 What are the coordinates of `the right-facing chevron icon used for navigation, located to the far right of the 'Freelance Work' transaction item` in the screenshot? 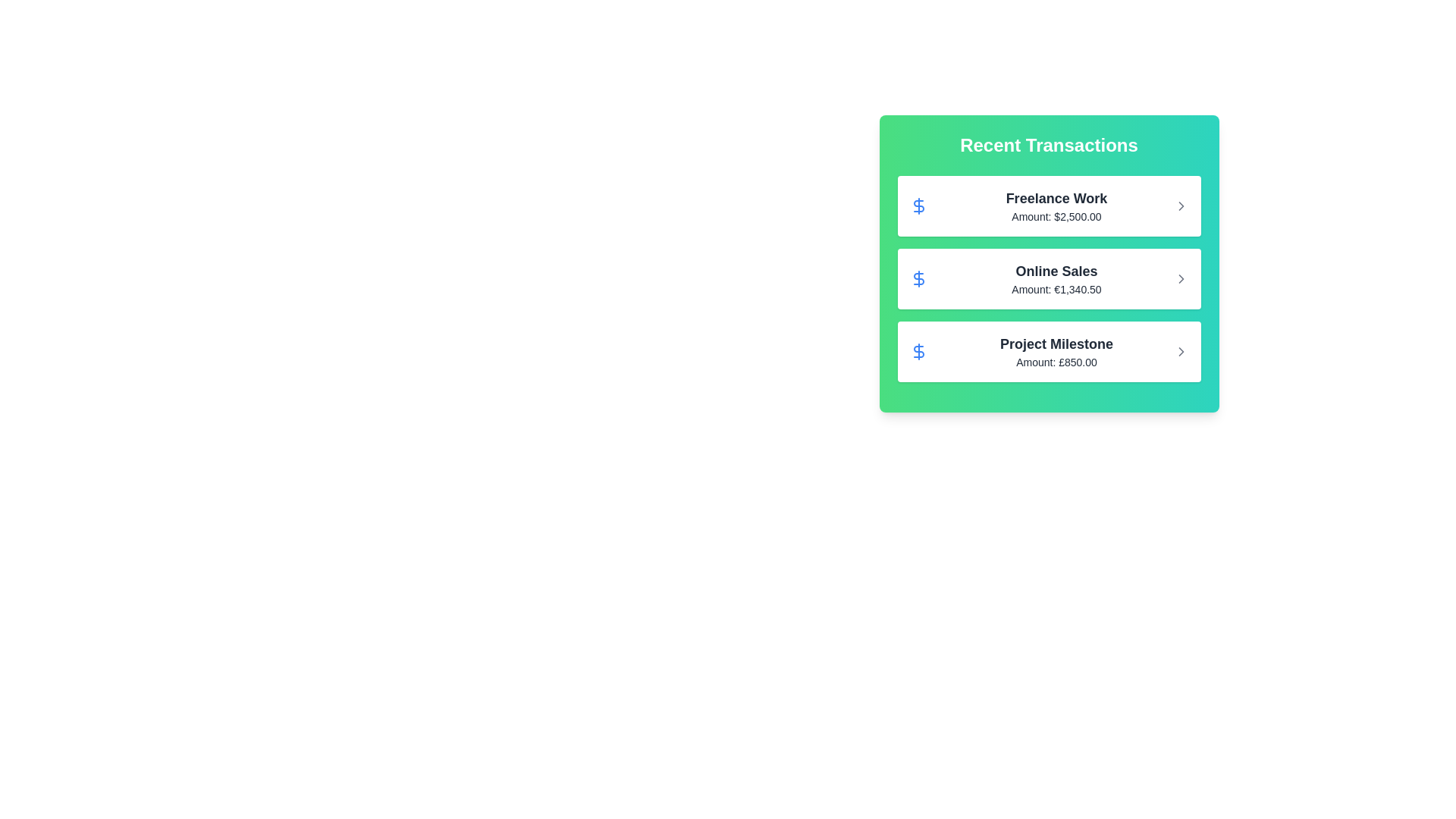 It's located at (1180, 206).